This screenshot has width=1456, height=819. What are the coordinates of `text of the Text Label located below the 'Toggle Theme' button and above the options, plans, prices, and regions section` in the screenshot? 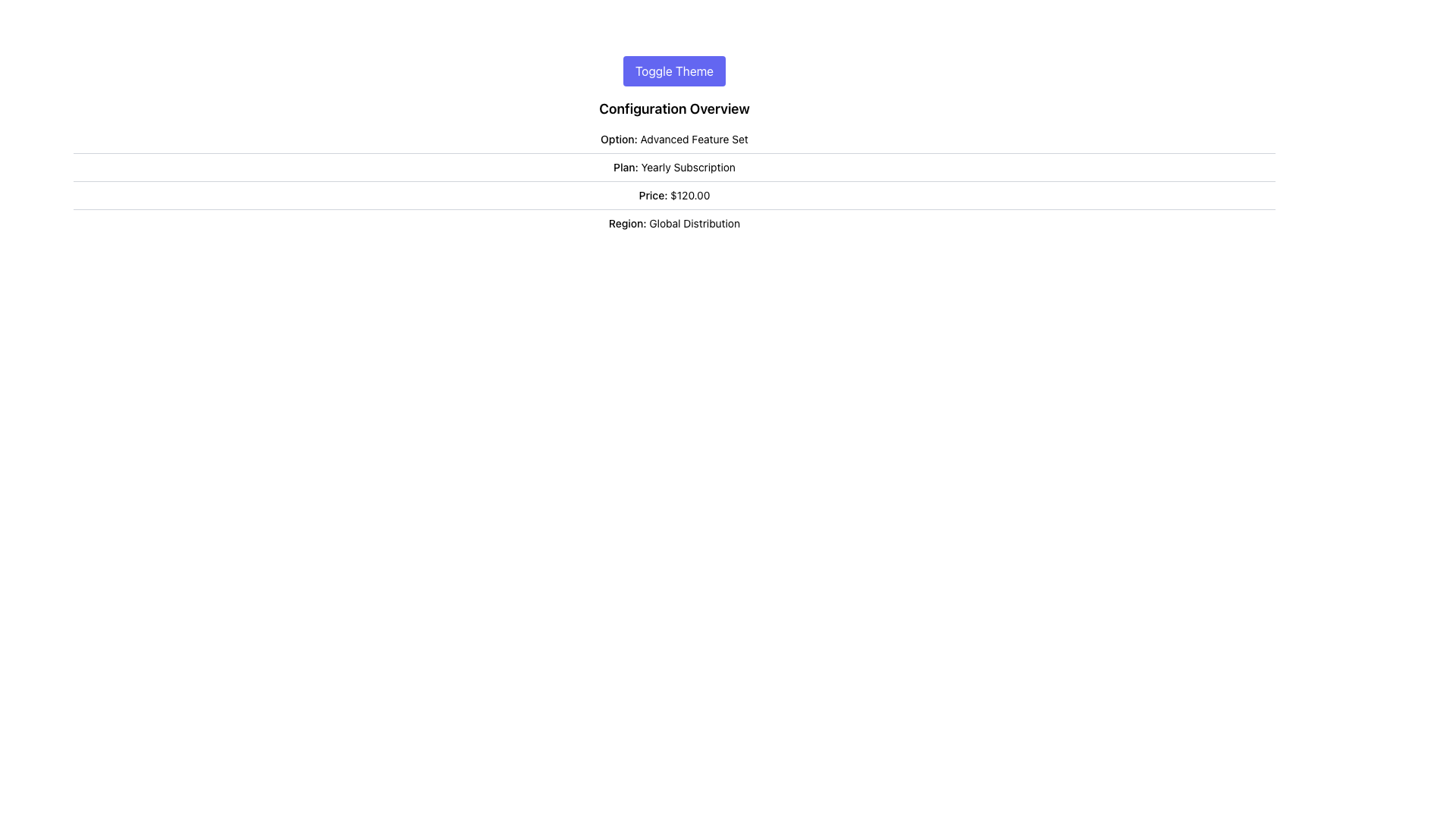 It's located at (673, 108).